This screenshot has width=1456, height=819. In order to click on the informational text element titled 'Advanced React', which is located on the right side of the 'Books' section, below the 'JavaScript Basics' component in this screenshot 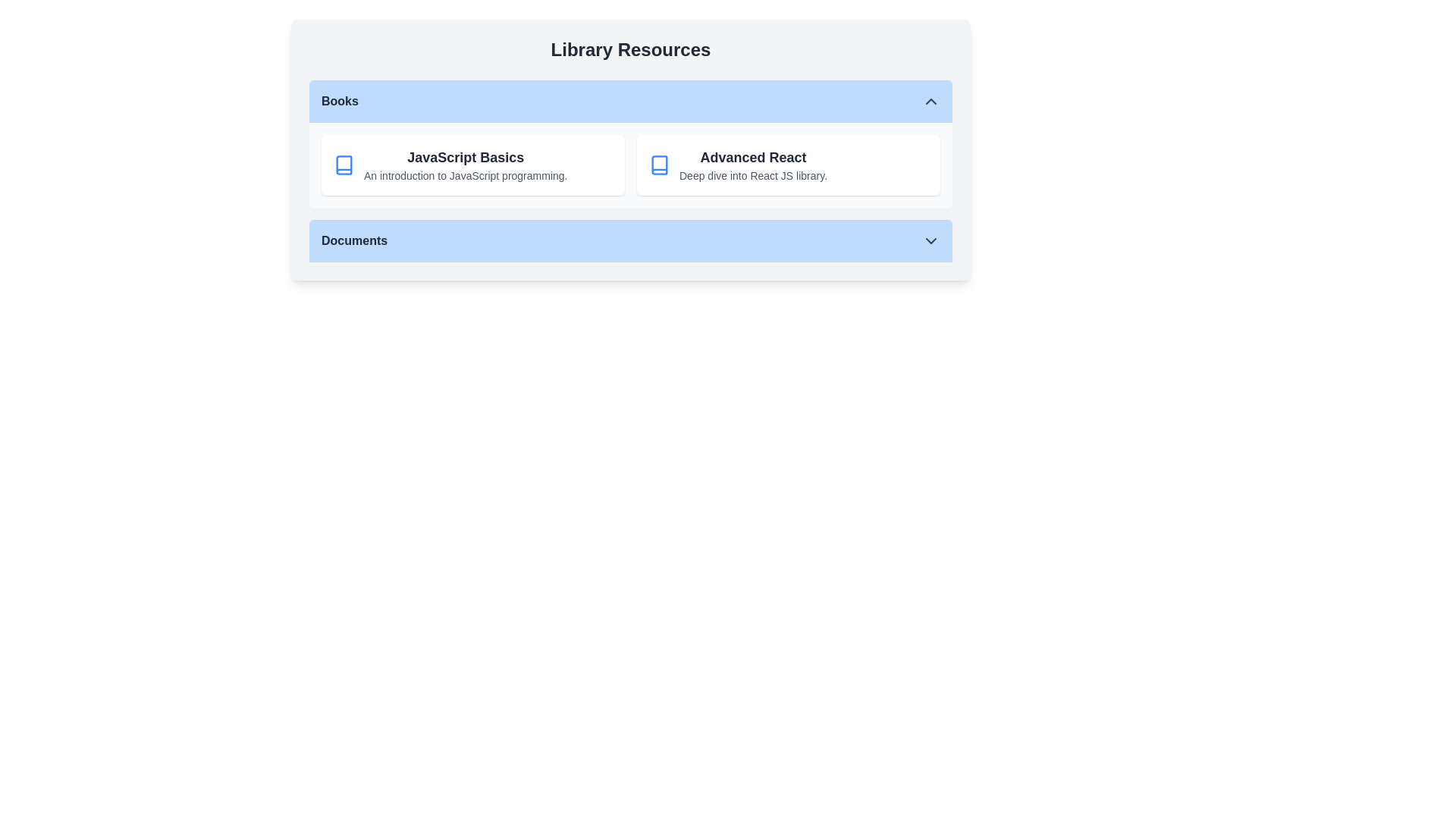, I will do `click(753, 165)`.